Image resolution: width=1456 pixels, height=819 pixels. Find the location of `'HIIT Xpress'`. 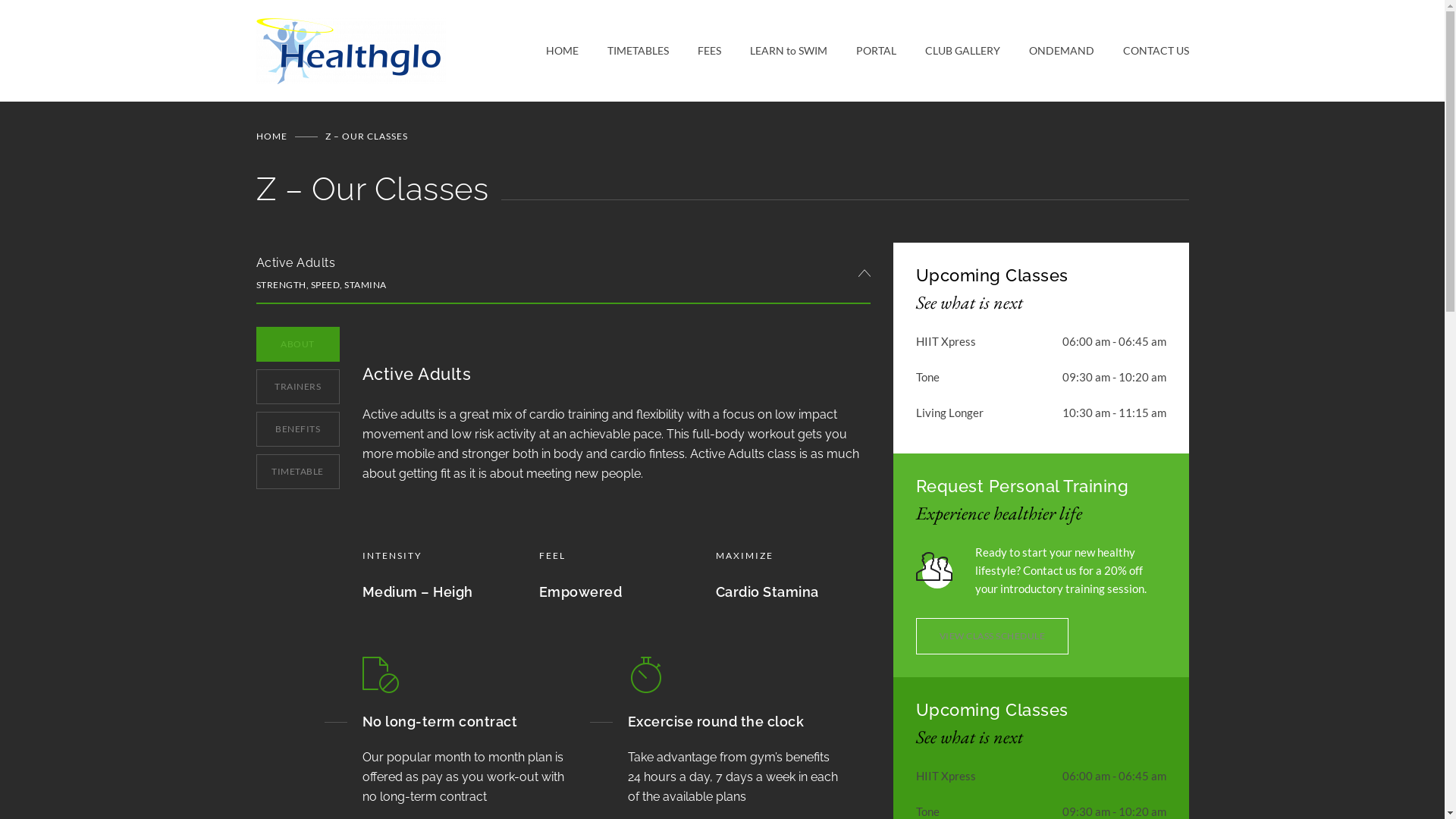

'HIIT Xpress' is located at coordinates (945, 341).